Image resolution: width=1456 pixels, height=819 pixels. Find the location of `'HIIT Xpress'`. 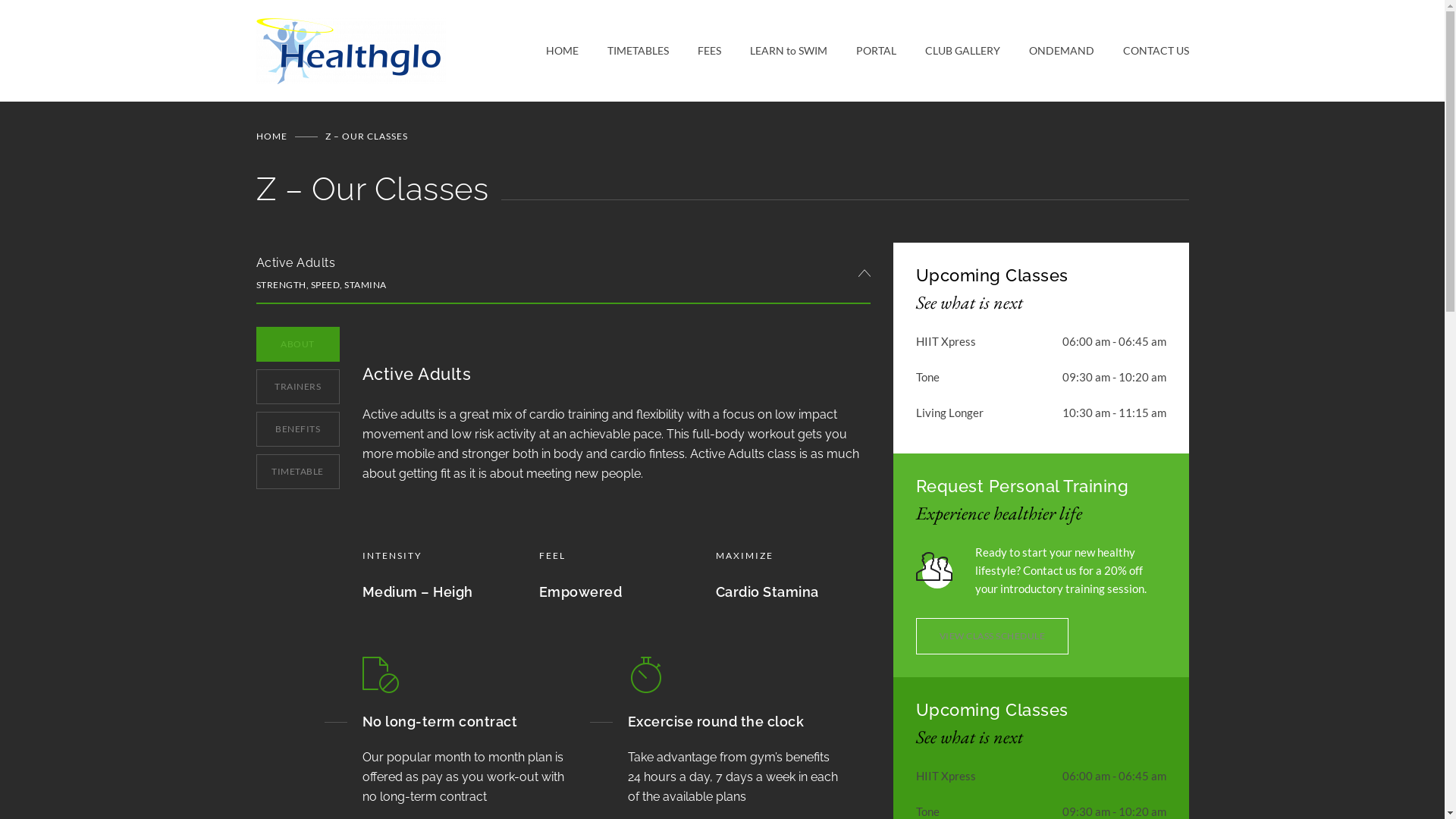

'HIIT Xpress' is located at coordinates (945, 341).